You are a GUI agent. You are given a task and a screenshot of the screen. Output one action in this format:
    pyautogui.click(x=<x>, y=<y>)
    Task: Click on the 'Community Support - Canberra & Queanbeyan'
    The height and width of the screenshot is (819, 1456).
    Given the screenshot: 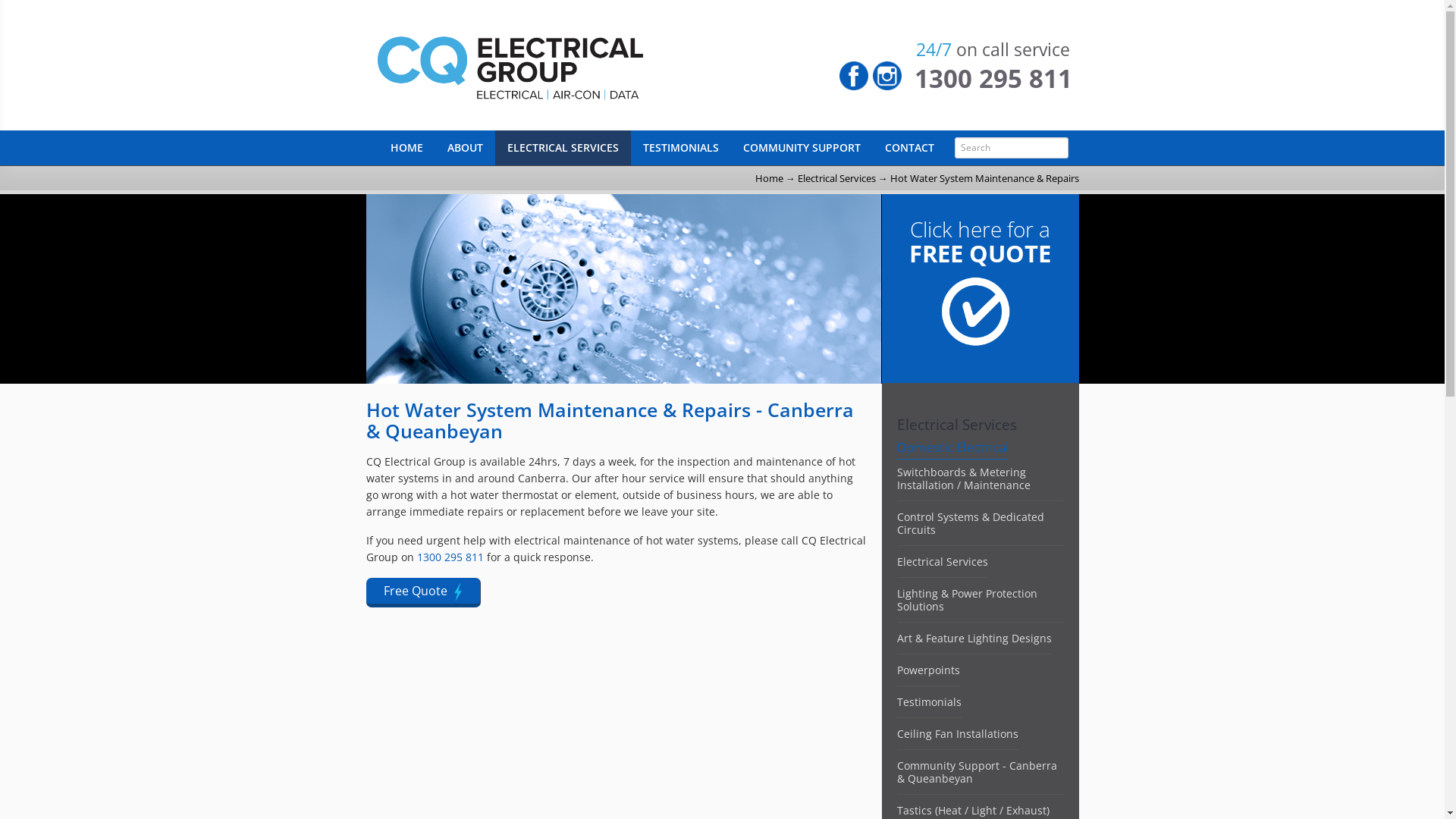 What is the action you would take?
    pyautogui.click(x=976, y=772)
    